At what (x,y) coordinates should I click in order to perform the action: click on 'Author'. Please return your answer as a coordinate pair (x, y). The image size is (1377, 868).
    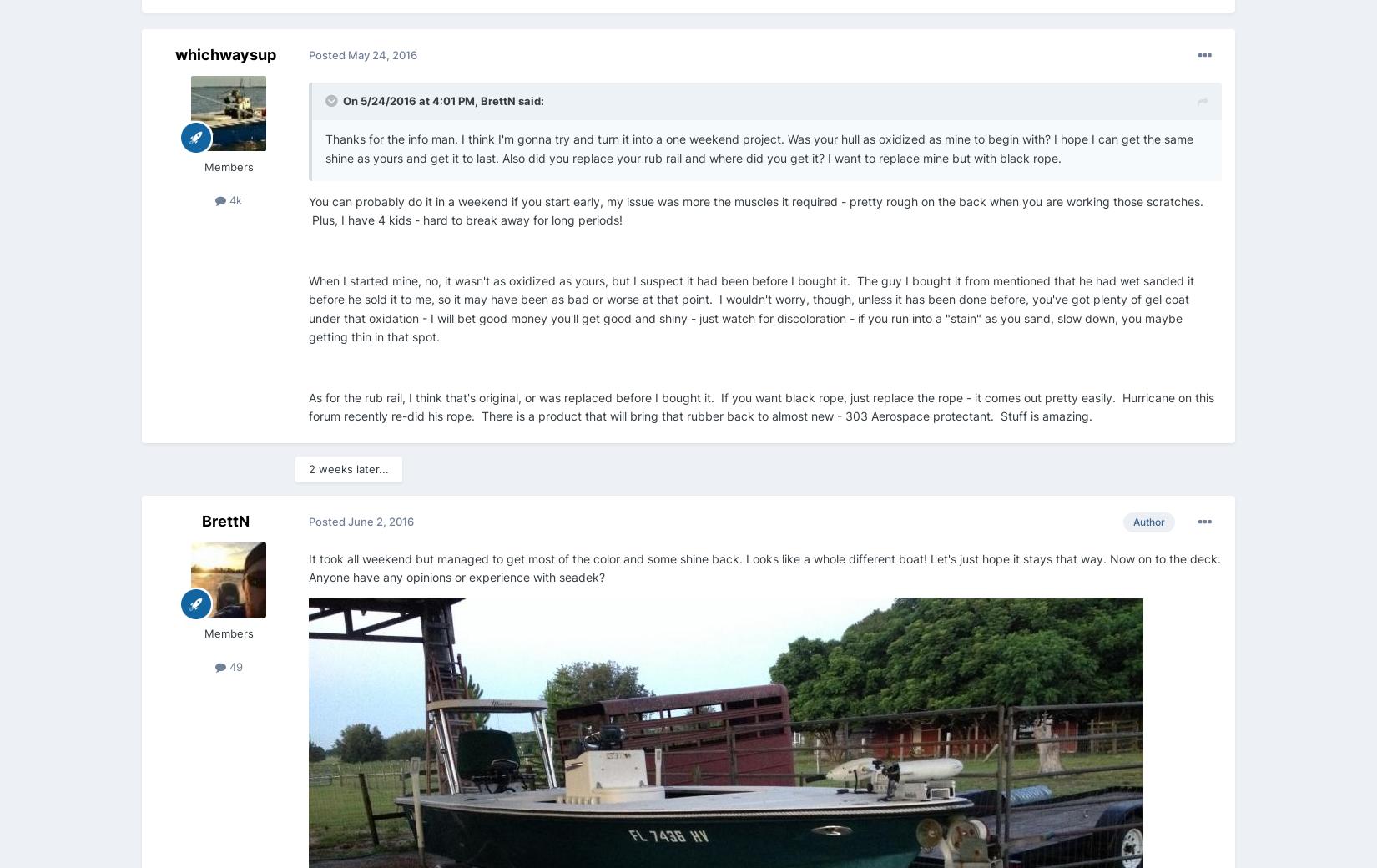
    Looking at the image, I should click on (1147, 521).